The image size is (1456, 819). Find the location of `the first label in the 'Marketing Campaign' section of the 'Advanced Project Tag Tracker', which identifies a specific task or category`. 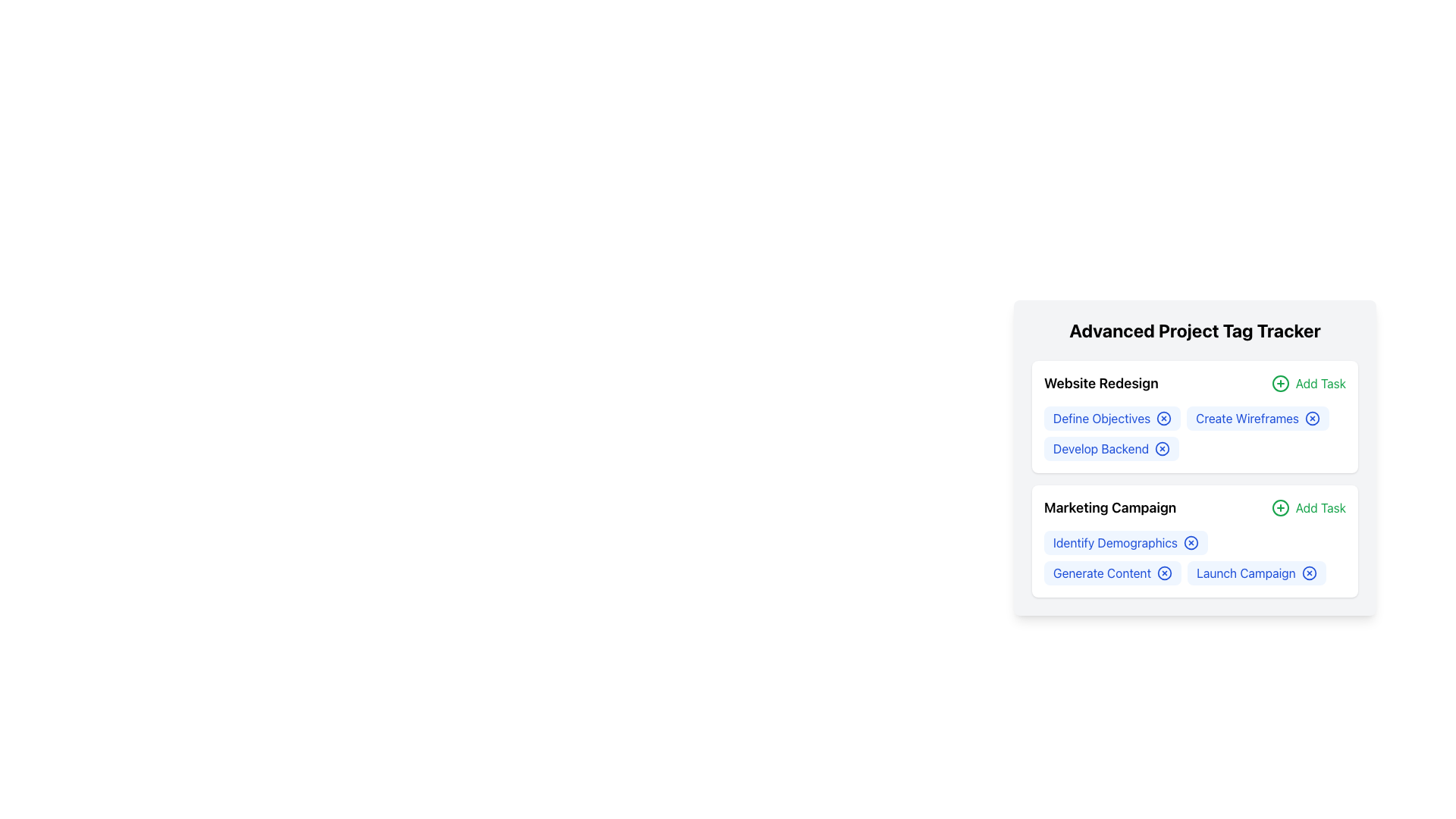

the first label in the 'Marketing Campaign' section of the 'Advanced Project Tag Tracker', which identifies a specific task or category is located at coordinates (1116, 542).